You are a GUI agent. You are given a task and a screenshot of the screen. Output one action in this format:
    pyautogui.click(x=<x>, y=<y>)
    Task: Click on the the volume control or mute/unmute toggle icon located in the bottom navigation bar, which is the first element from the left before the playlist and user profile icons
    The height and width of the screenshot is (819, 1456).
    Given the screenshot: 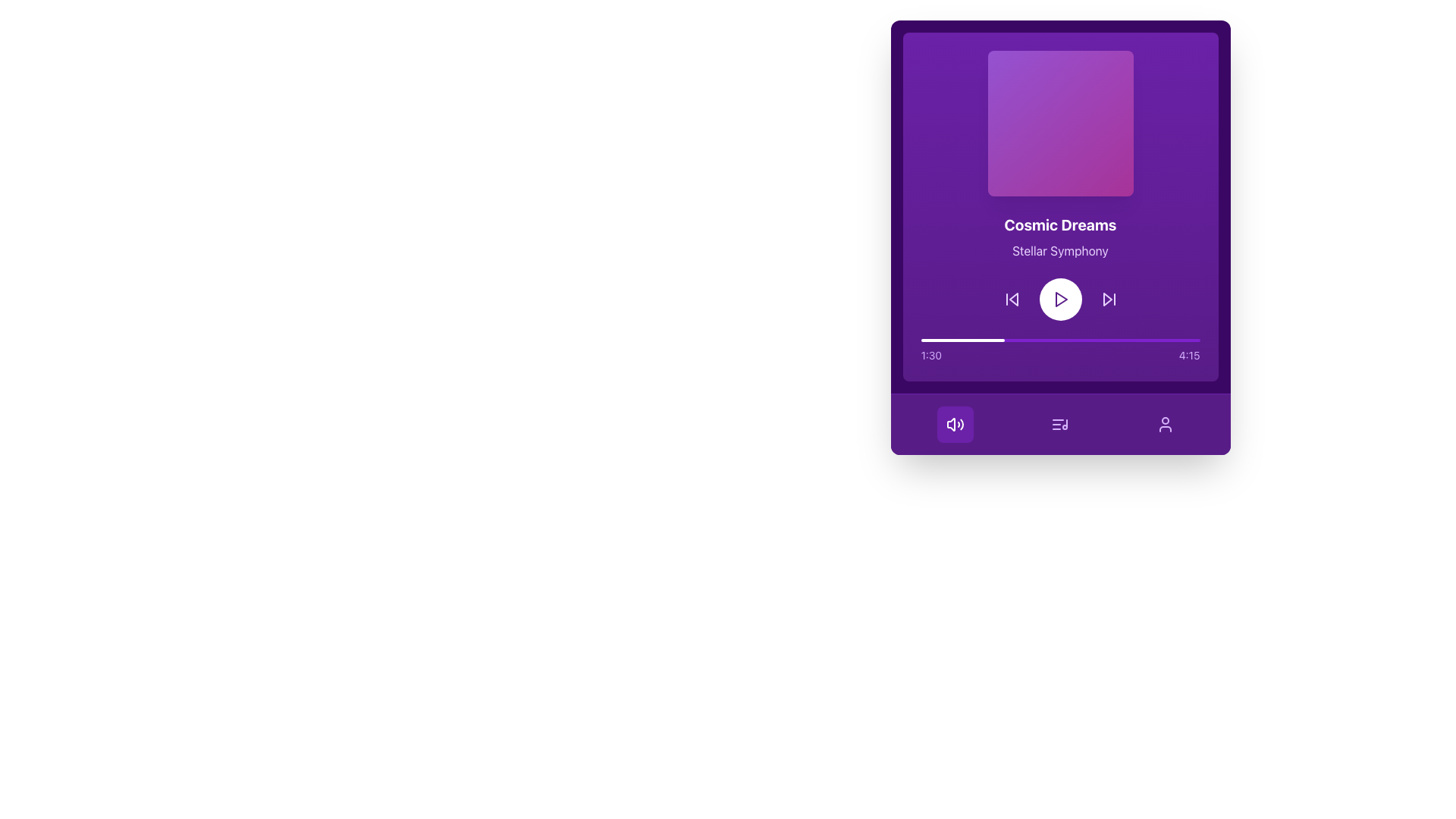 What is the action you would take?
    pyautogui.click(x=950, y=424)
    